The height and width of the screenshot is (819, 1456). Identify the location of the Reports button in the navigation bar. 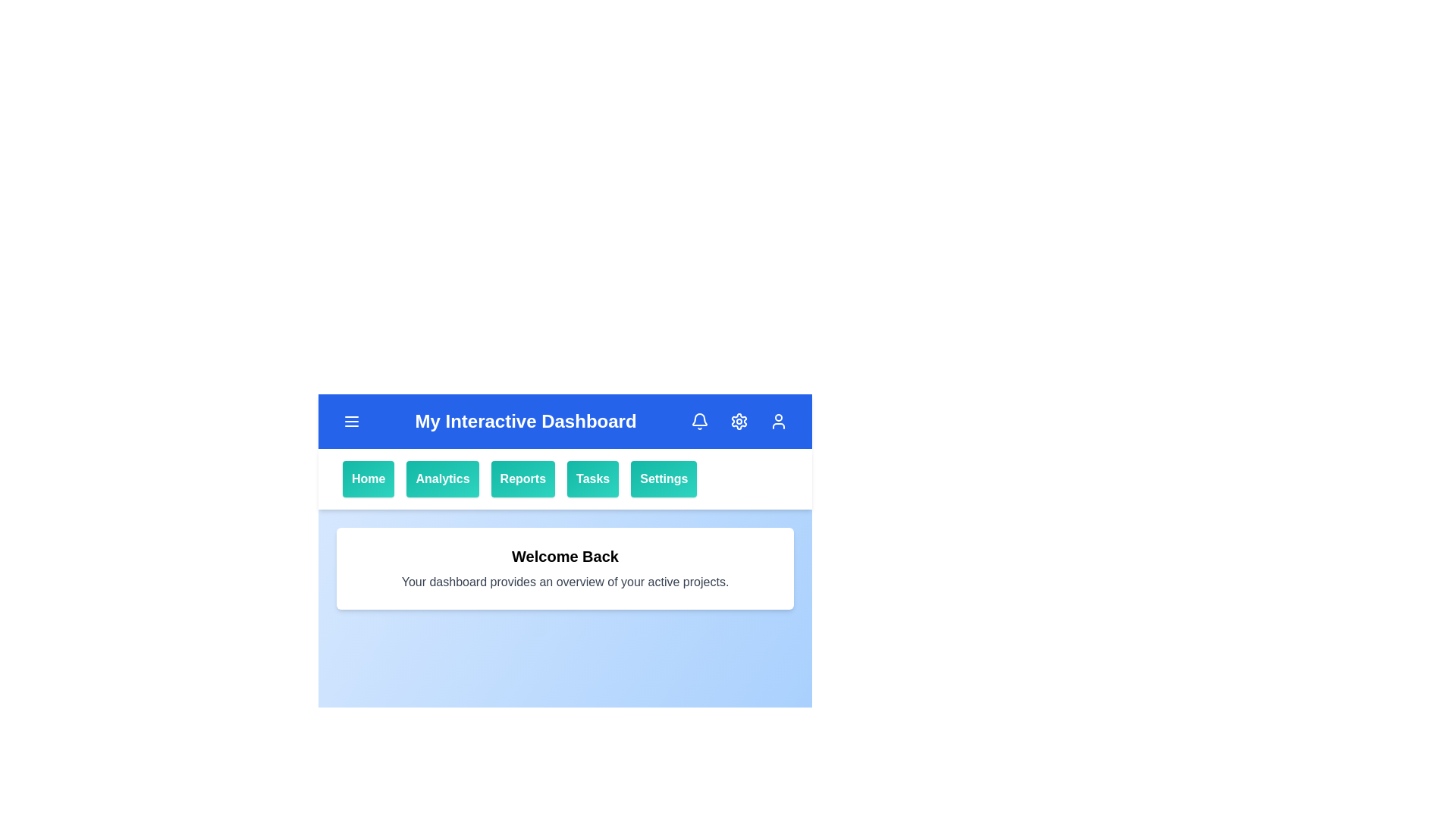
(523, 479).